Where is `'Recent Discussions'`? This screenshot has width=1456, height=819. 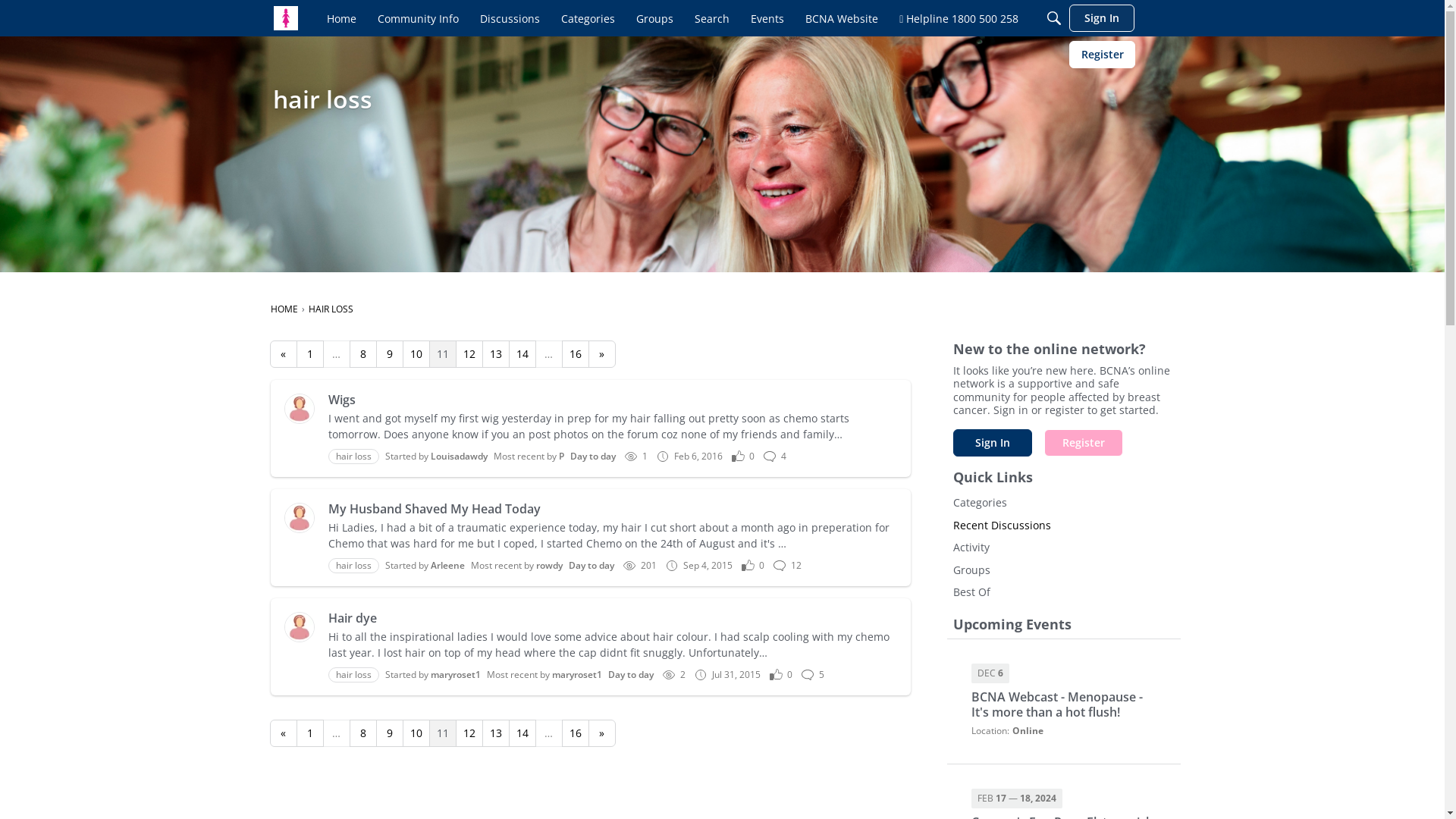
'Recent Discussions' is located at coordinates (1062, 525).